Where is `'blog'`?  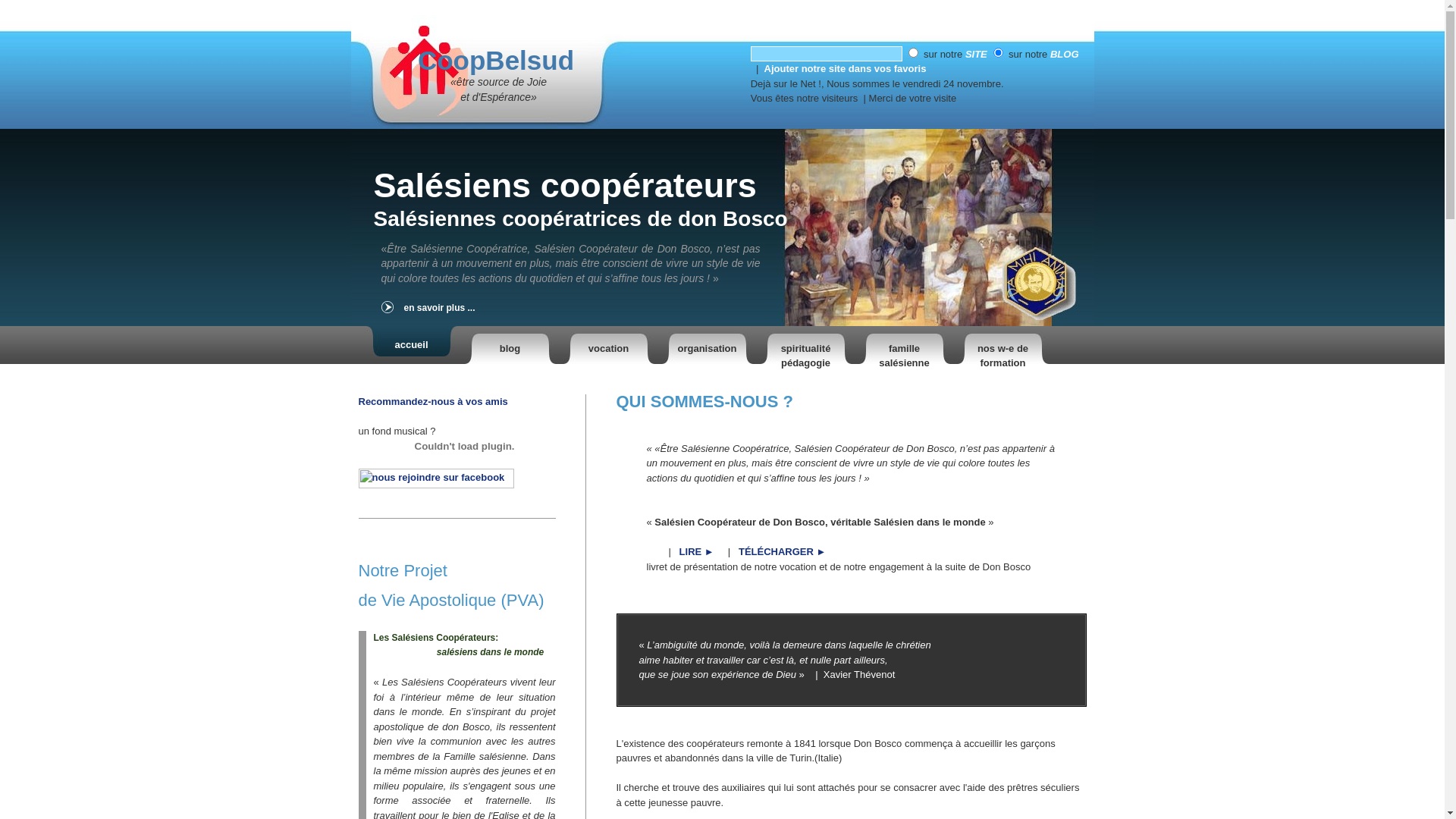 'blog' is located at coordinates (510, 345).